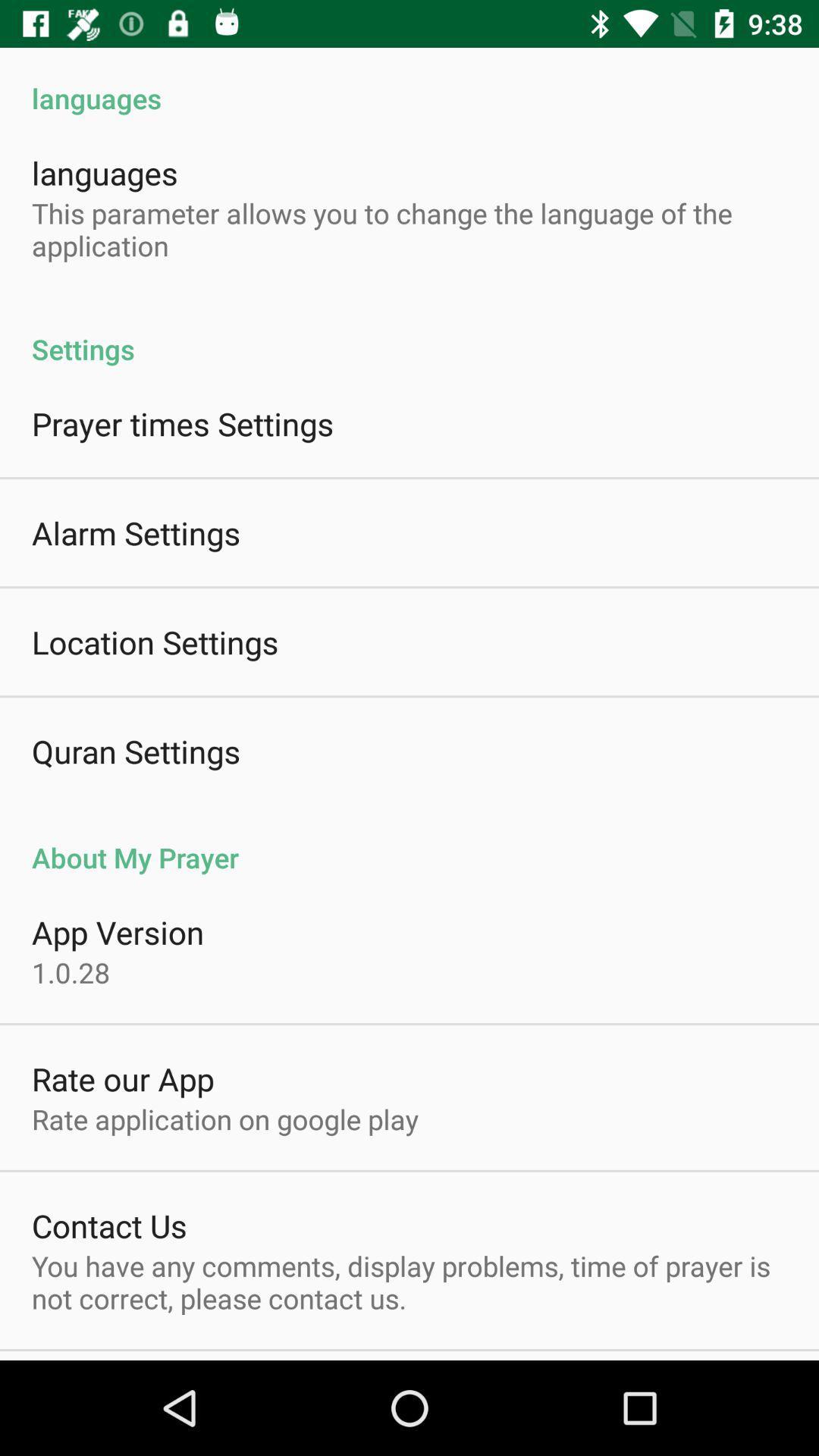 The height and width of the screenshot is (1456, 819). I want to click on icon below contact us item, so click(409, 1281).